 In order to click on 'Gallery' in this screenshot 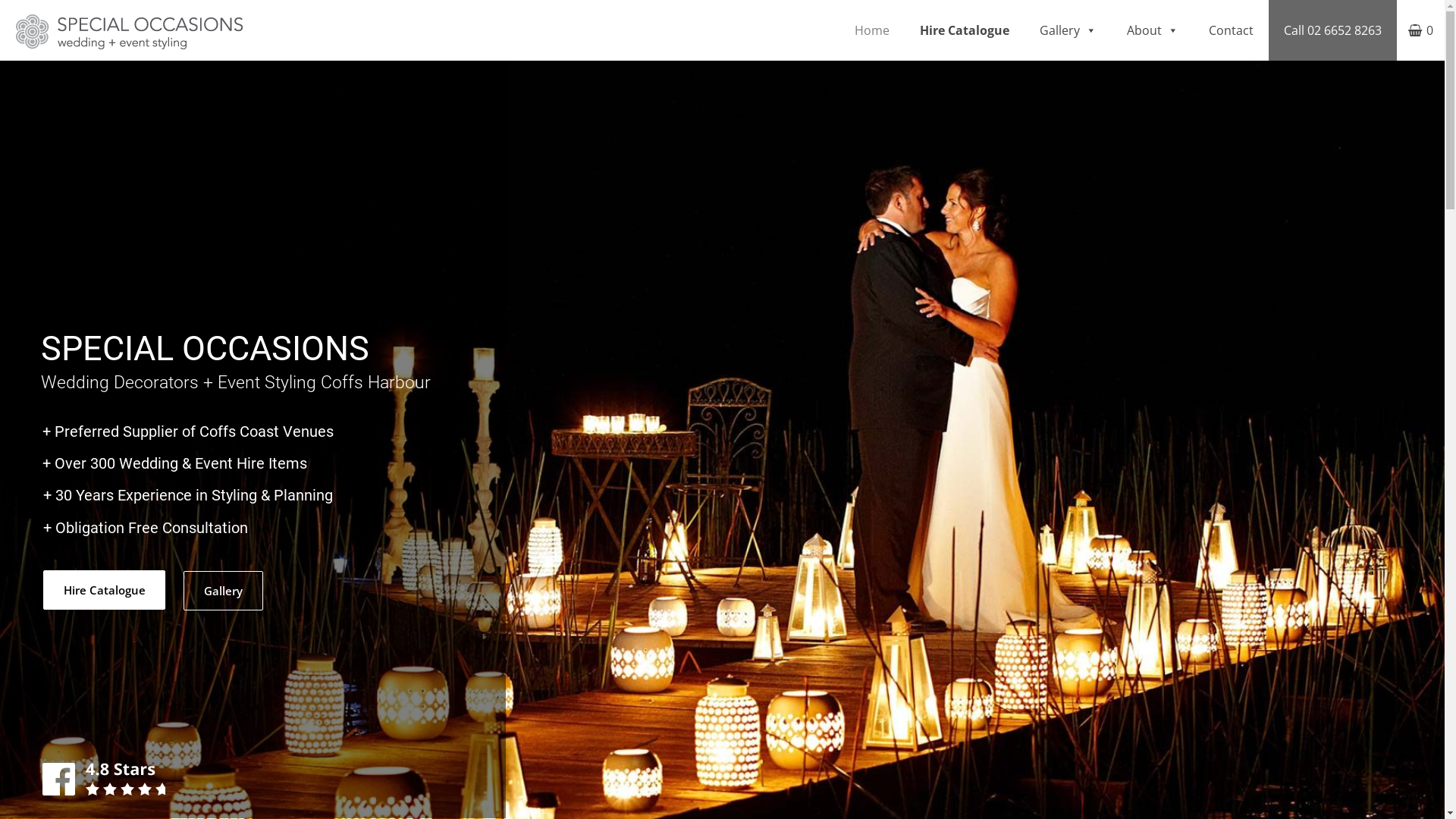, I will do `click(222, 590)`.